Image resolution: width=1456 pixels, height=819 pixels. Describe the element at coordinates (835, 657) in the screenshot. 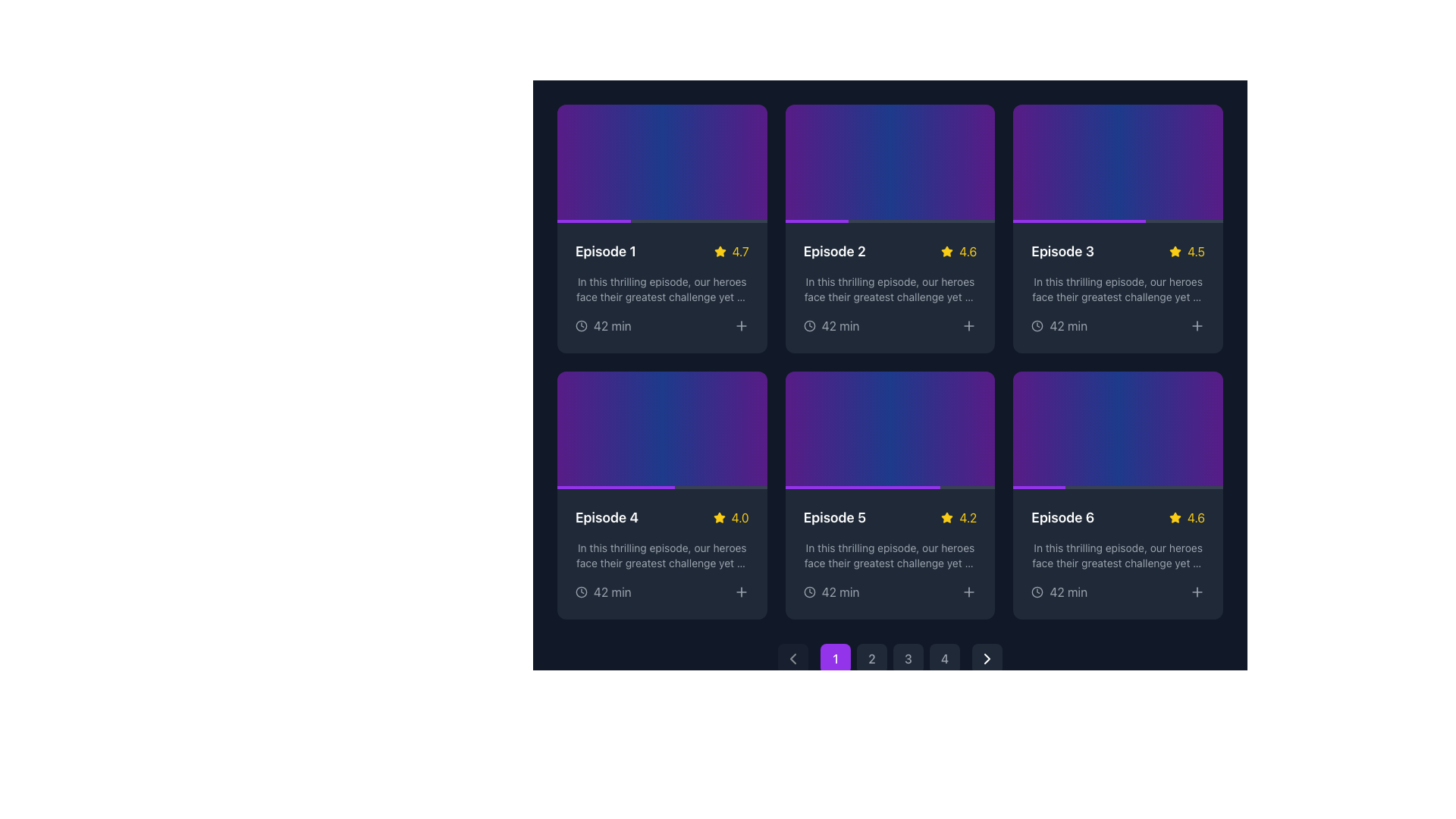

I see `the first navigation button, which allows users to jump to the first set of content items in the pagination system` at that location.